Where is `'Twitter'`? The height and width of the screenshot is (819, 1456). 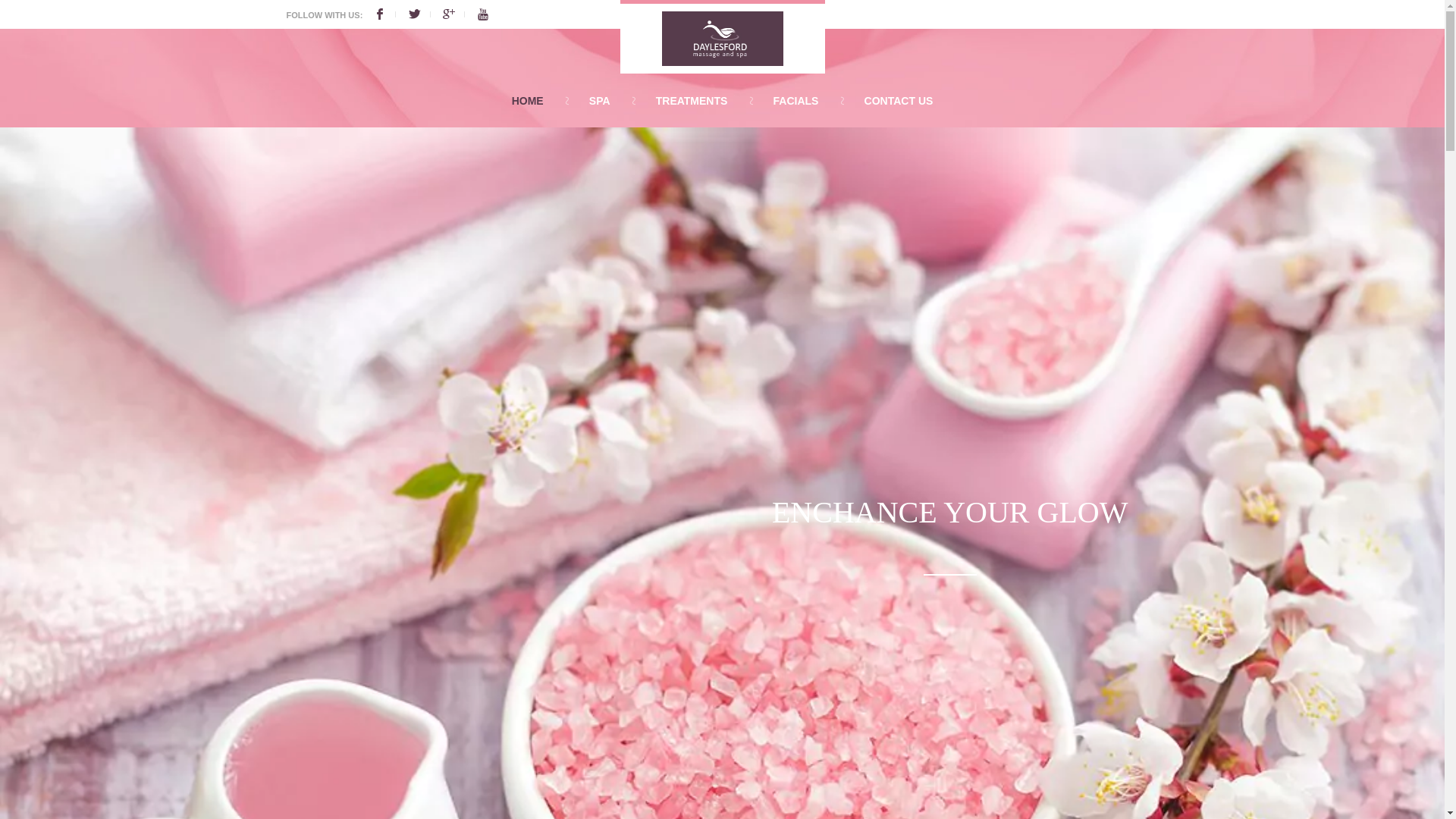 'Twitter' is located at coordinates (424, 14).